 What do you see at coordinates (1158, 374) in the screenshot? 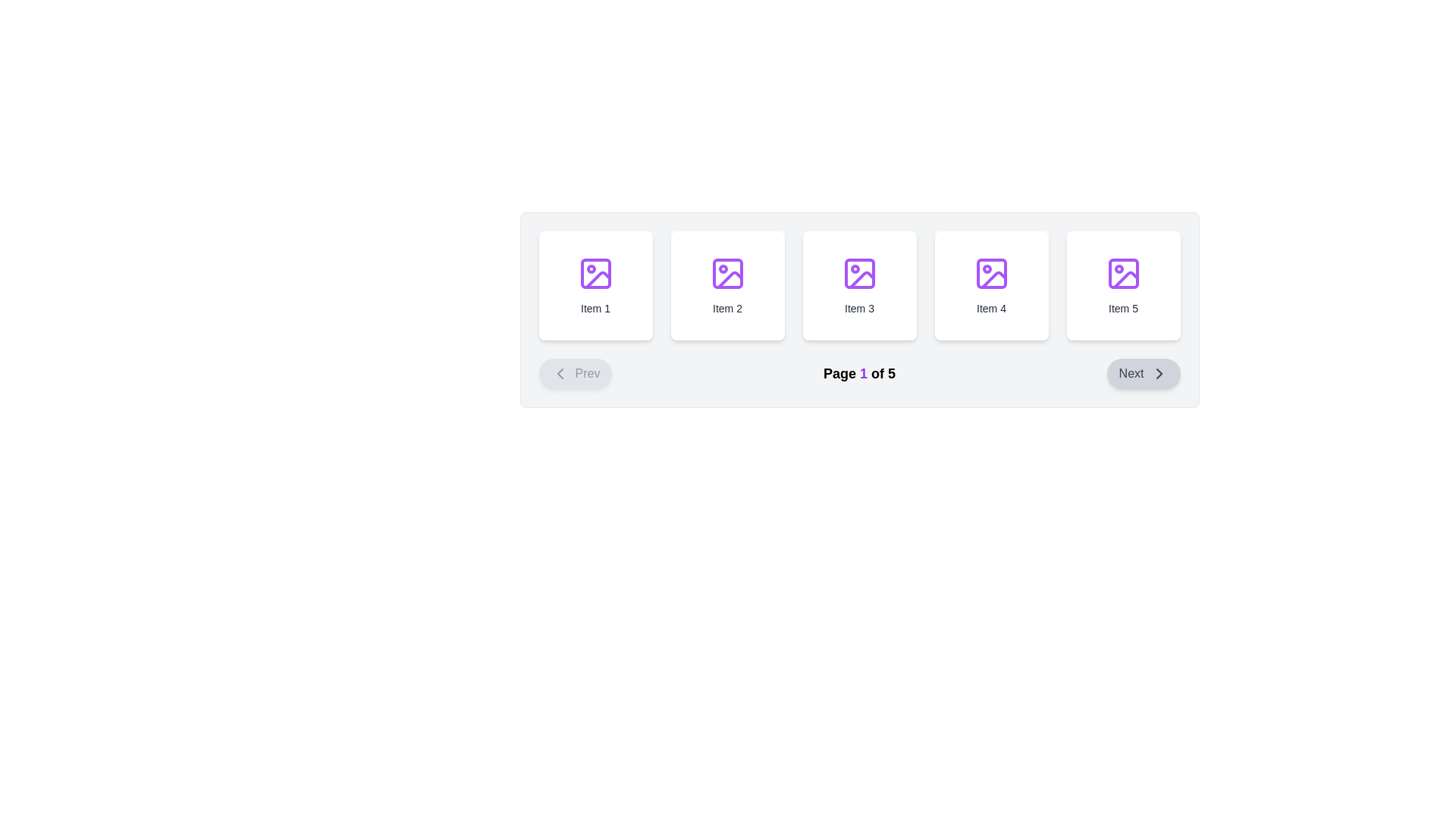
I see `the arrow symbol icon that indicates proceeding to the next page in the pagination component, located on the far-right of the pagination section next to the 'Next' button` at bounding box center [1158, 374].